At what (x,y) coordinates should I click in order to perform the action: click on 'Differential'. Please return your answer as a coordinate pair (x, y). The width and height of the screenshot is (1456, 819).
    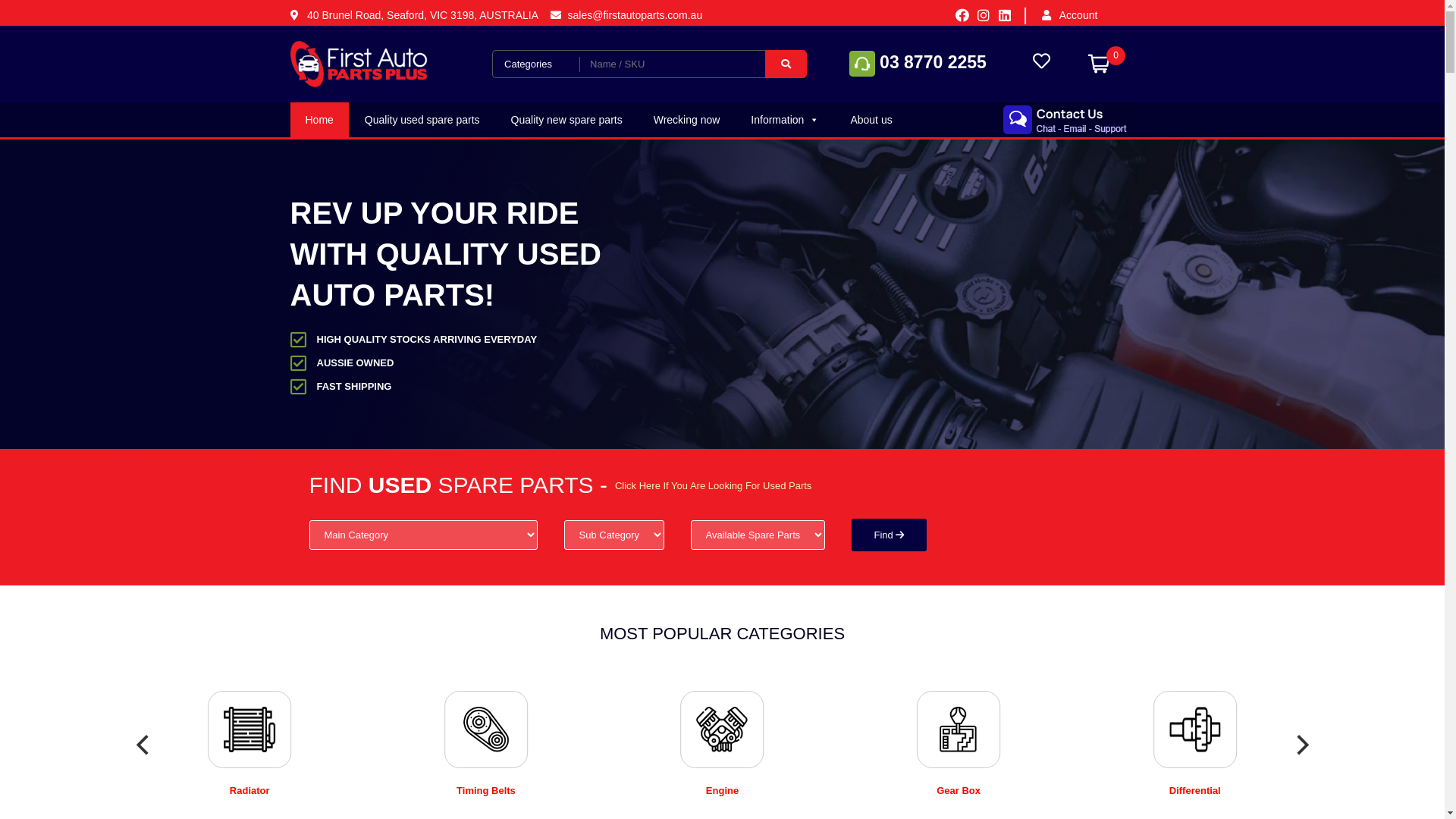
    Looking at the image, I should click on (1194, 789).